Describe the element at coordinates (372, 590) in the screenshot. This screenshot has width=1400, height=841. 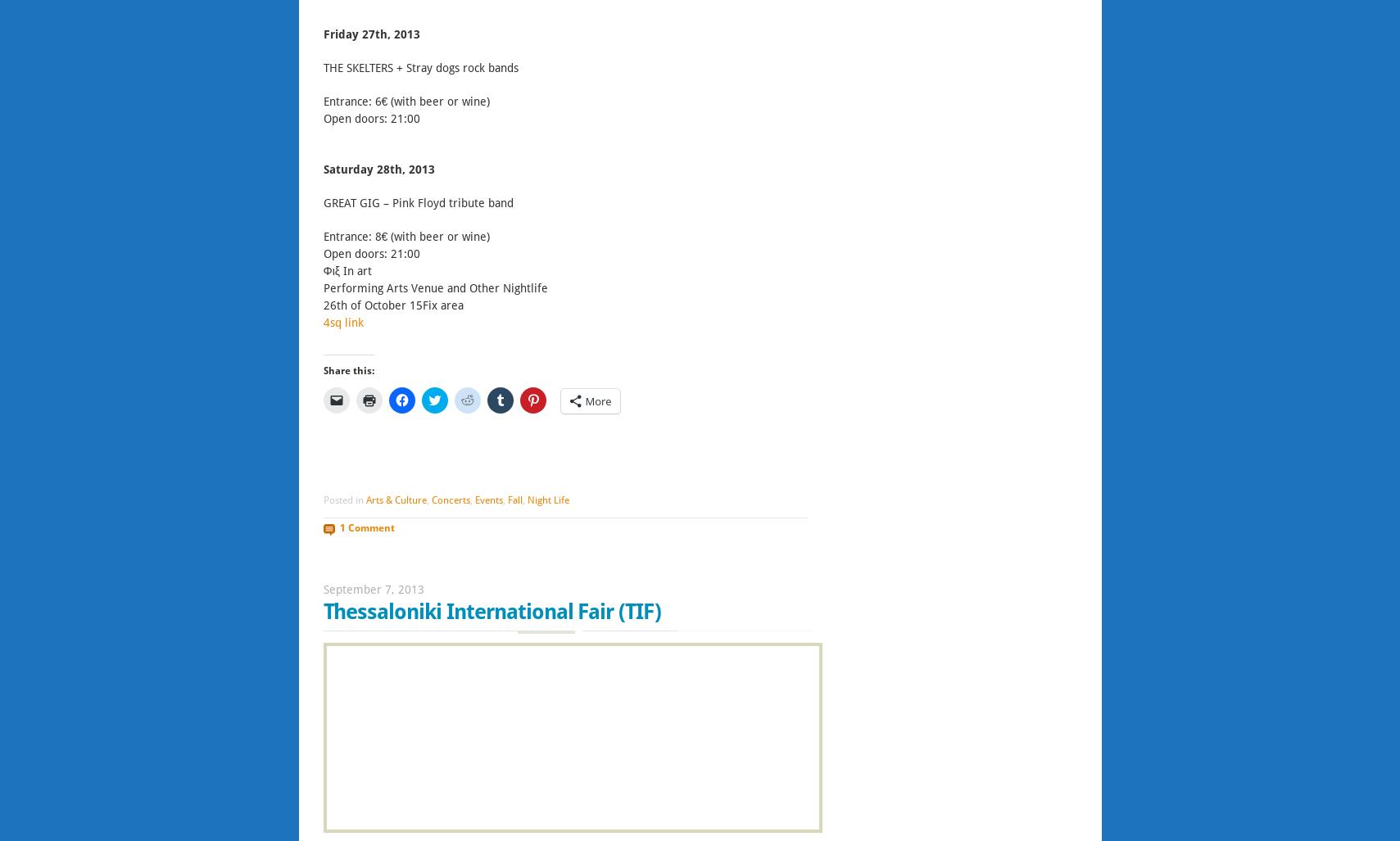
I see `'September 7, 2013'` at that location.